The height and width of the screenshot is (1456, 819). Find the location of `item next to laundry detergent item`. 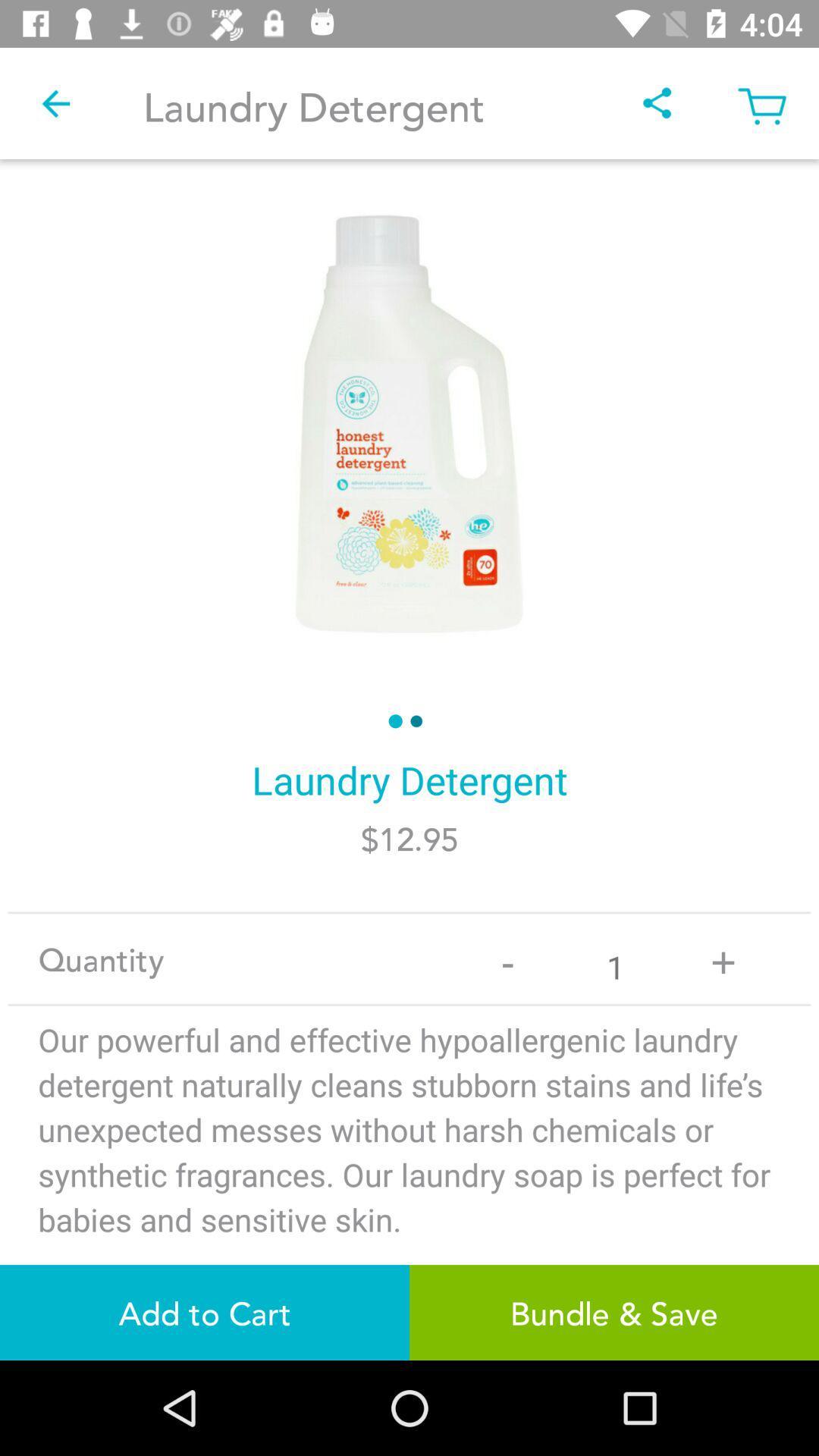

item next to laundry detergent item is located at coordinates (657, 102).